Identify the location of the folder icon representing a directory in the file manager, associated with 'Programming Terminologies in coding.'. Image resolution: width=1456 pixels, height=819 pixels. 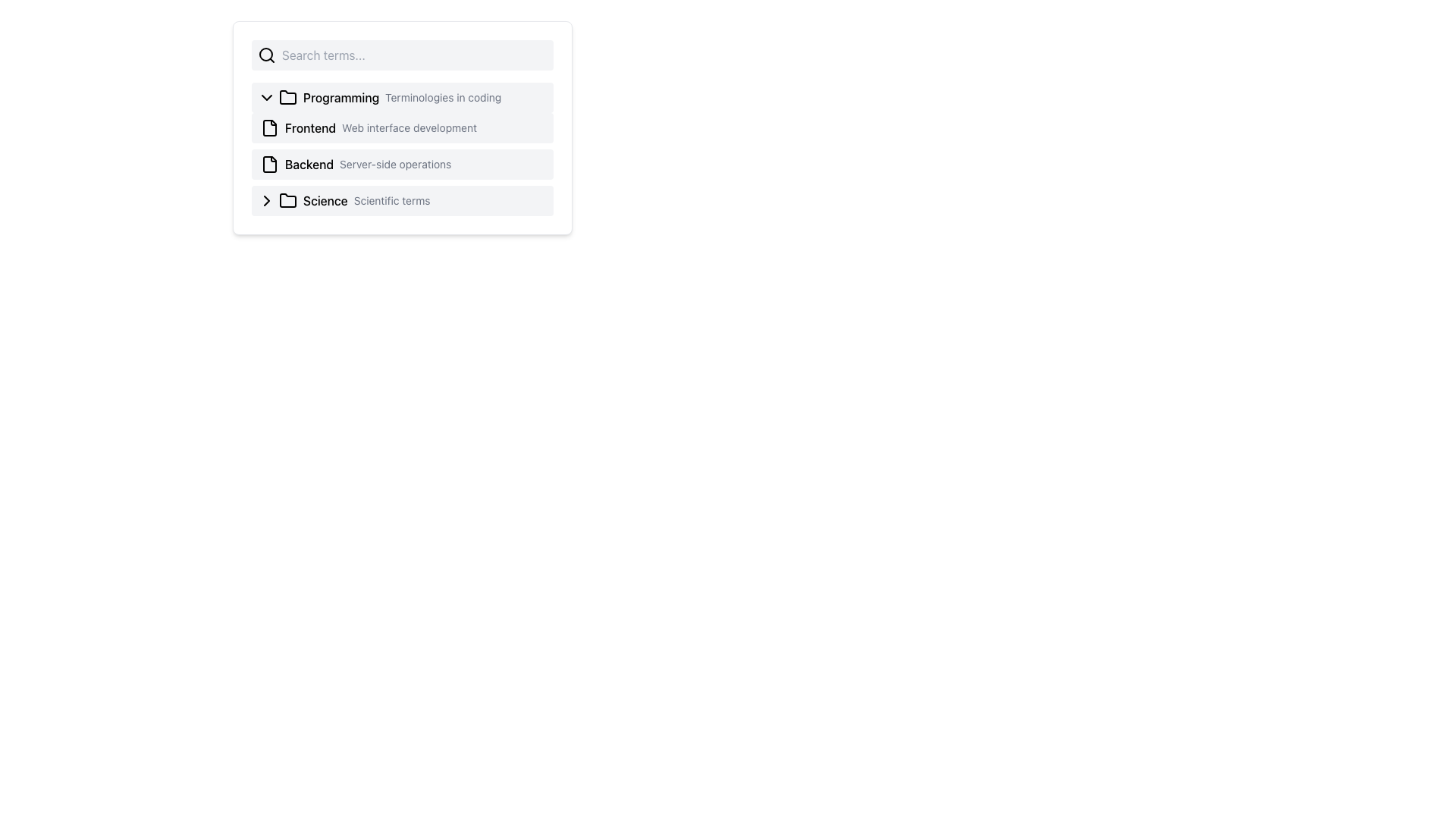
(287, 97).